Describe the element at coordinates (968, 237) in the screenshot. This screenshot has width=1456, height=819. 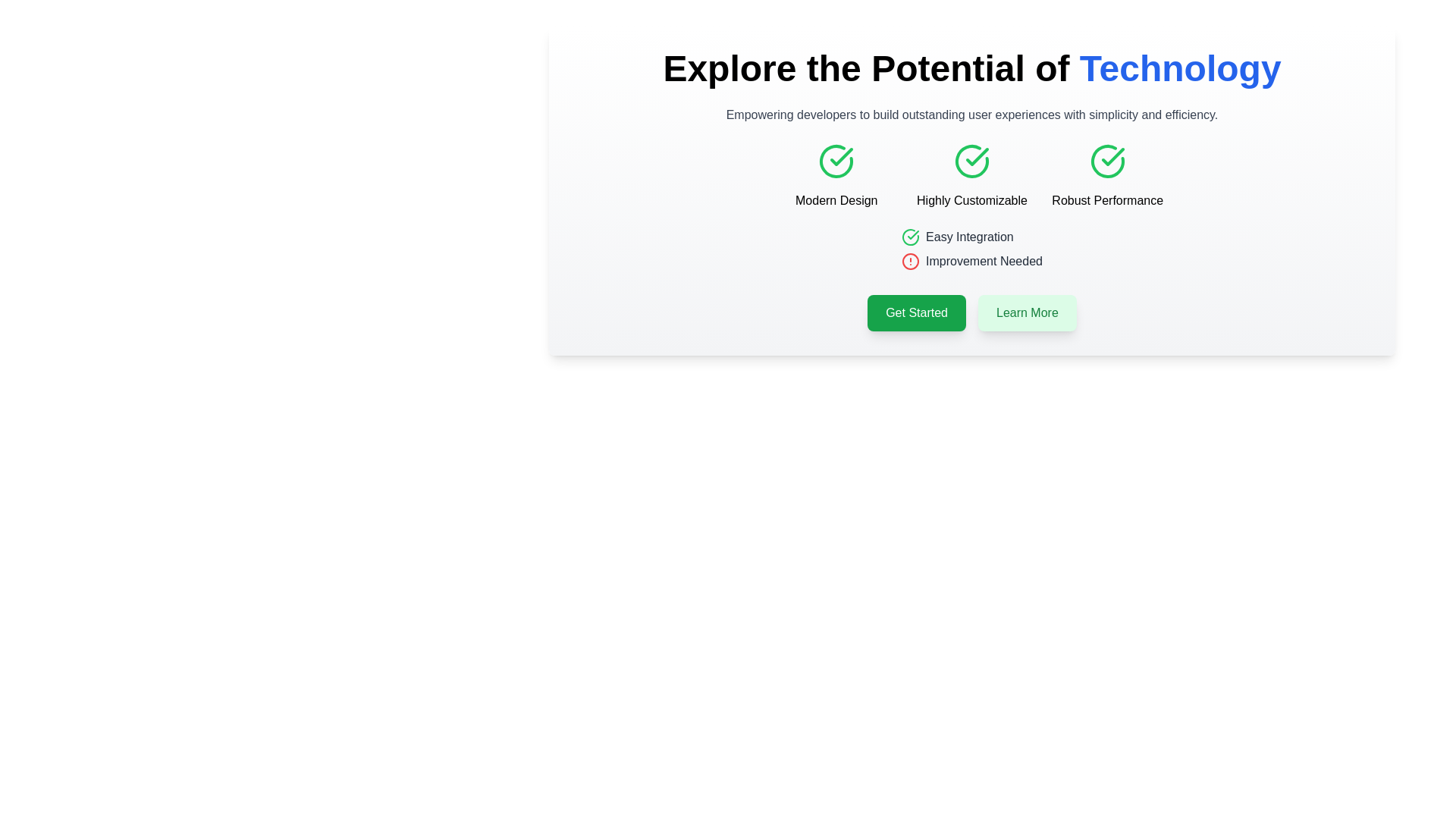
I see `the 'Easy Integration' label text, which is displayed in dark gray and located in the second row of the feature section, adjacent to a checkmark icon` at that location.